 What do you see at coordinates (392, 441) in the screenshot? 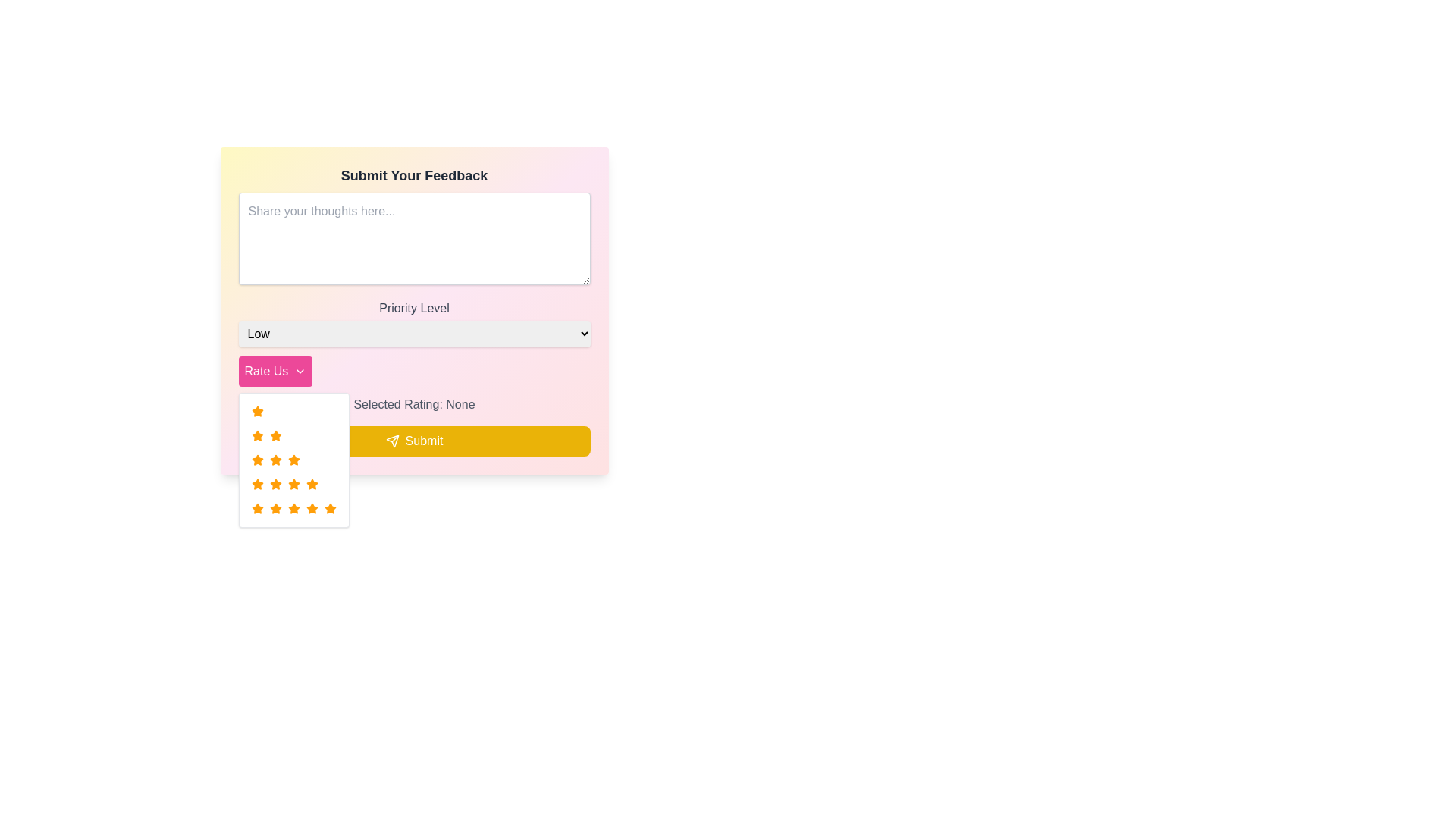
I see `the 'submit' icon on the yellow button labeled 'Submit' located in the lower section of the feedback form interface` at bounding box center [392, 441].